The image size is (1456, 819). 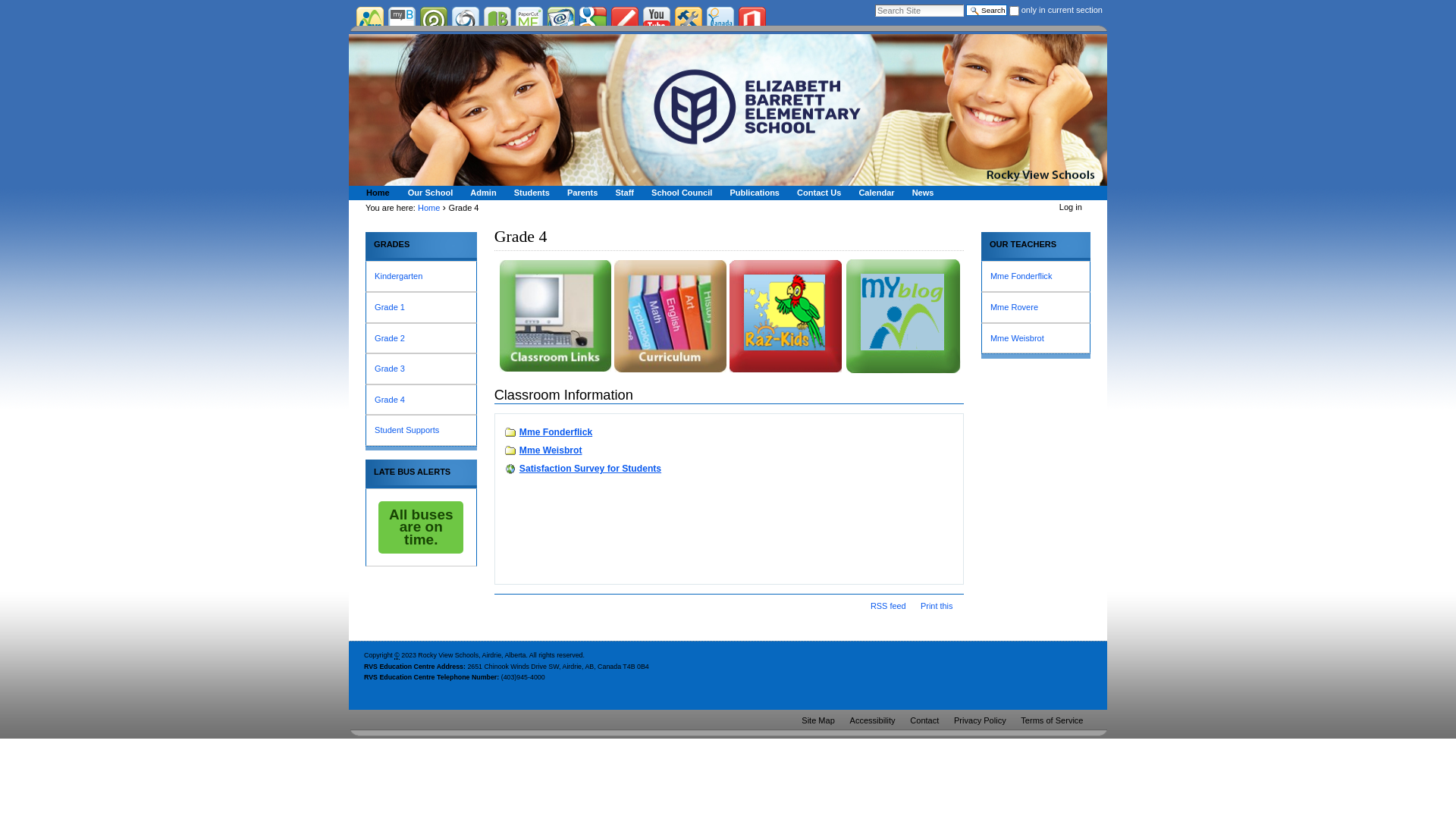 What do you see at coordinates (419, 20) in the screenshot?
I see `'Power School'` at bounding box center [419, 20].